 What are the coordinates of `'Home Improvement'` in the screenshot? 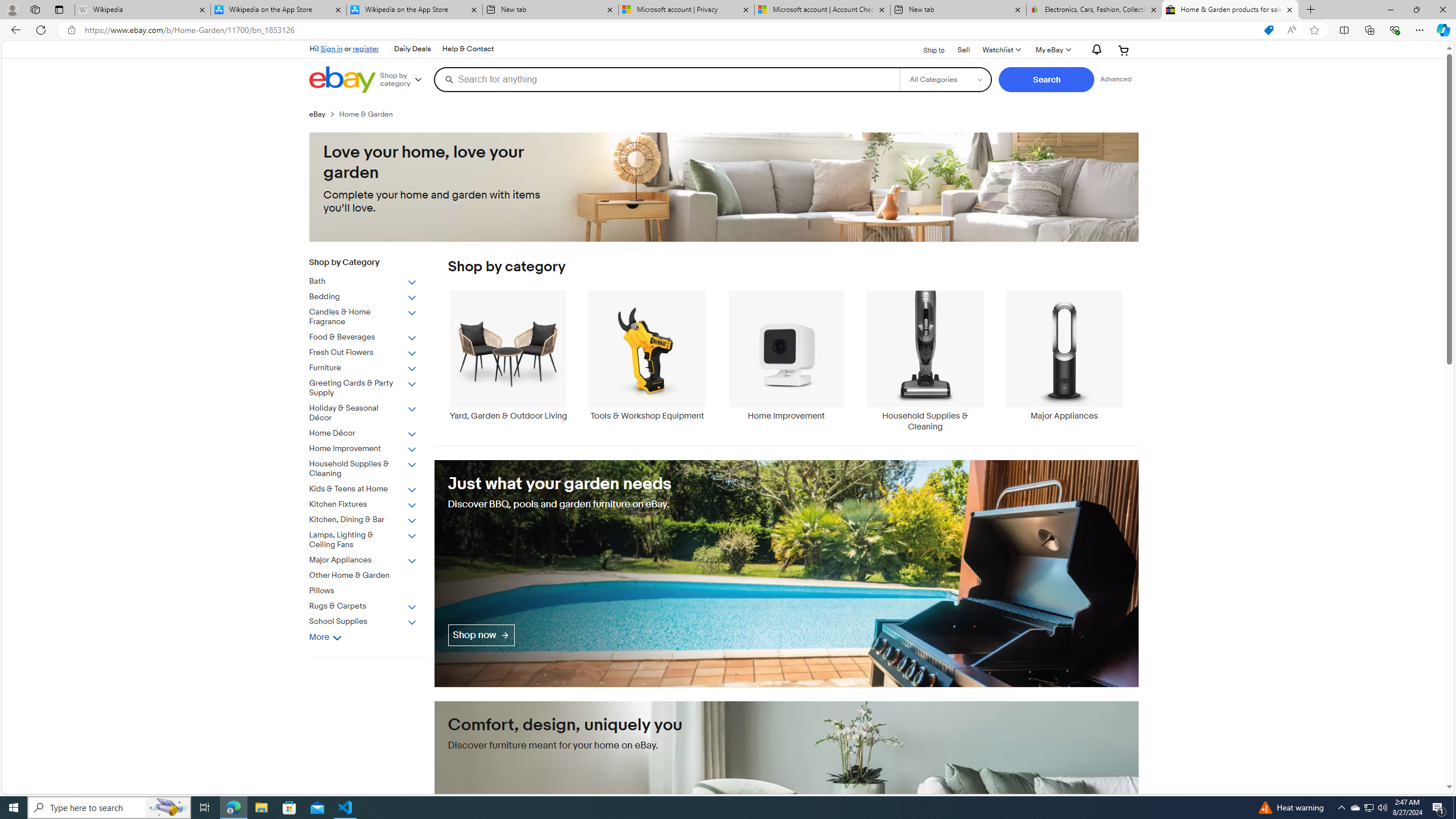 It's located at (785, 355).